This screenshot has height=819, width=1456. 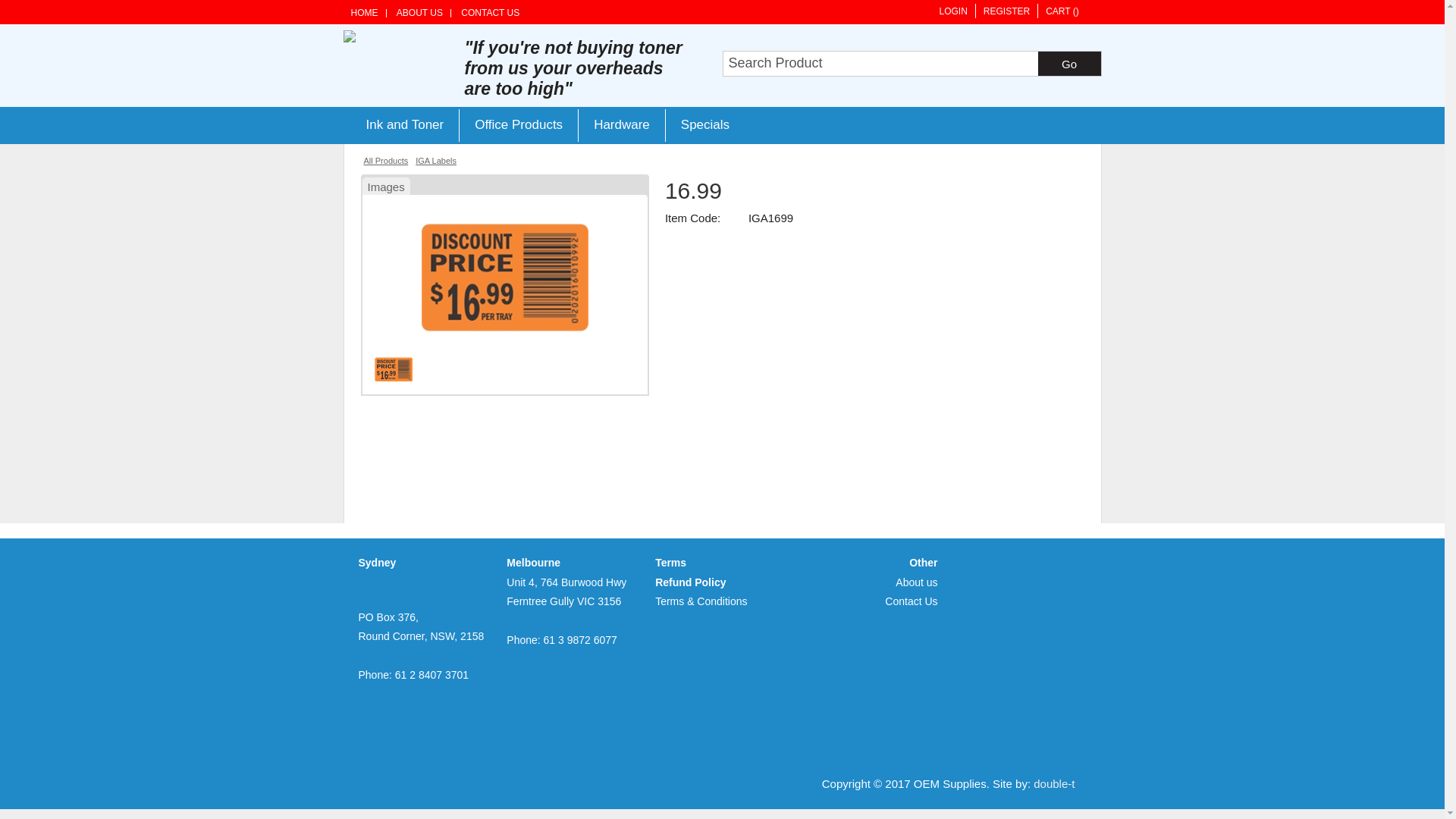 I want to click on 'Specials', so click(x=704, y=124).